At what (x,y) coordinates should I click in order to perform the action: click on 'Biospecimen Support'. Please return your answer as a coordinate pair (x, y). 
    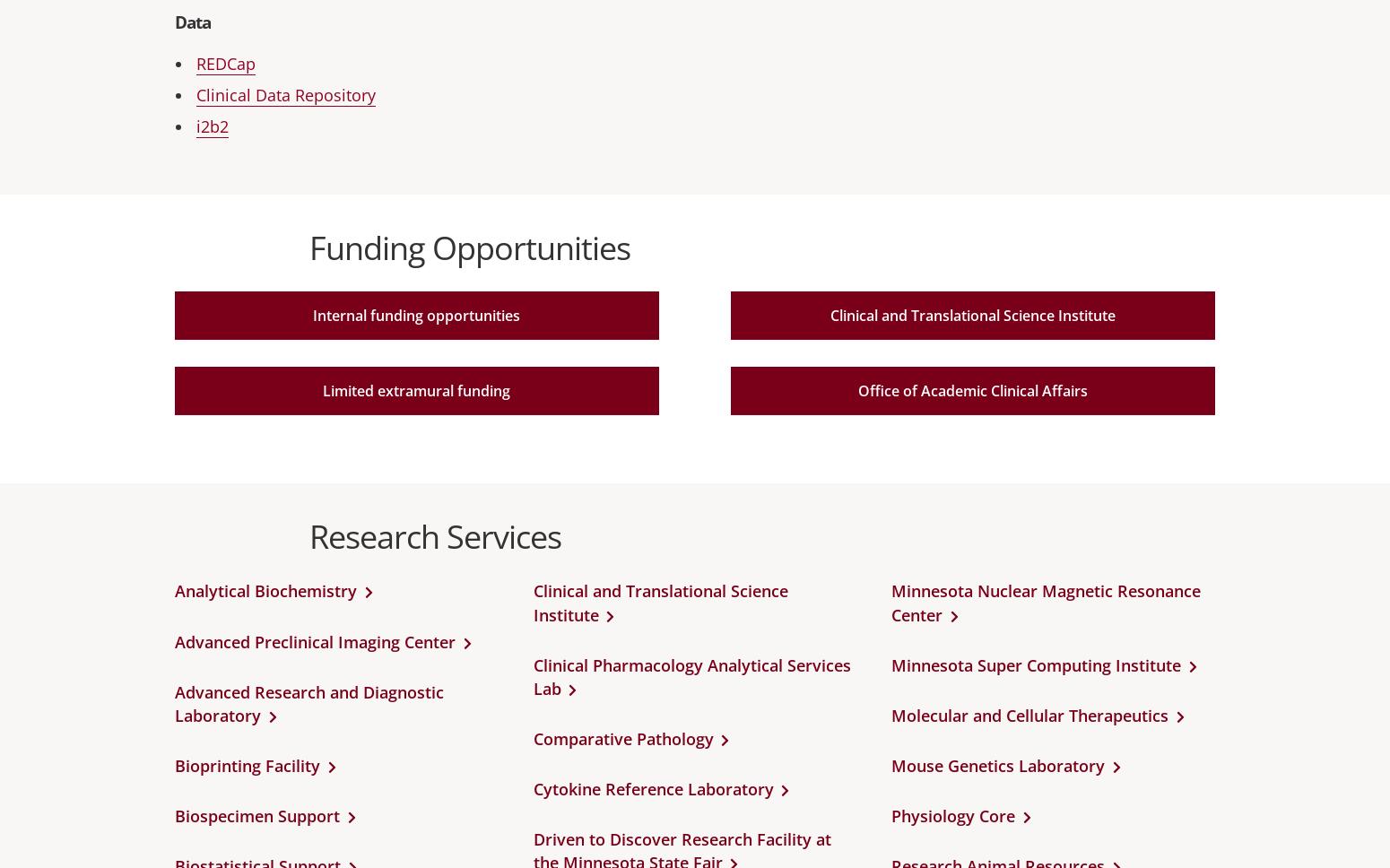
    Looking at the image, I should click on (173, 814).